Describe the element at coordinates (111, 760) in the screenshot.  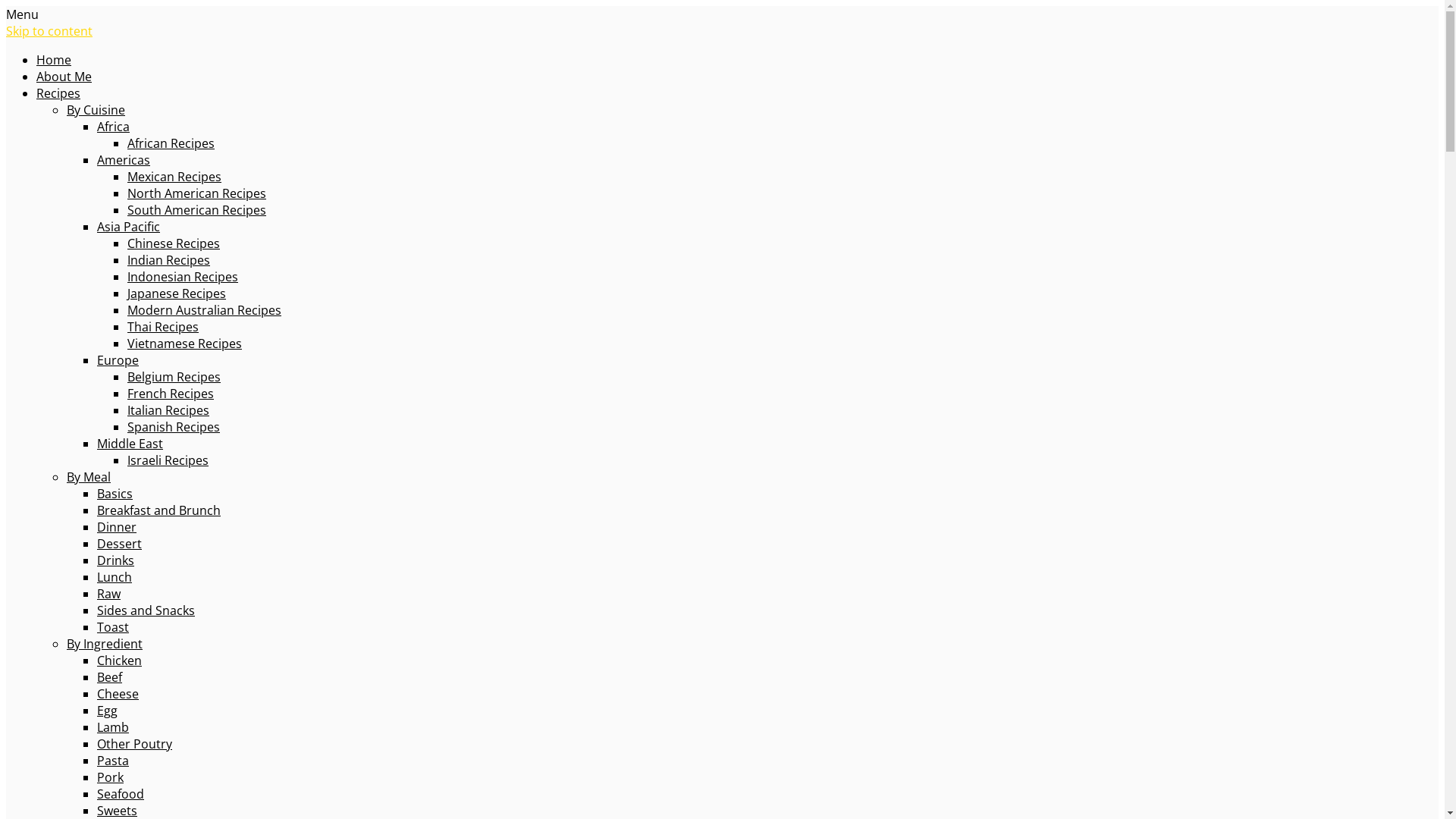
I see `'Pasta'` at that location.